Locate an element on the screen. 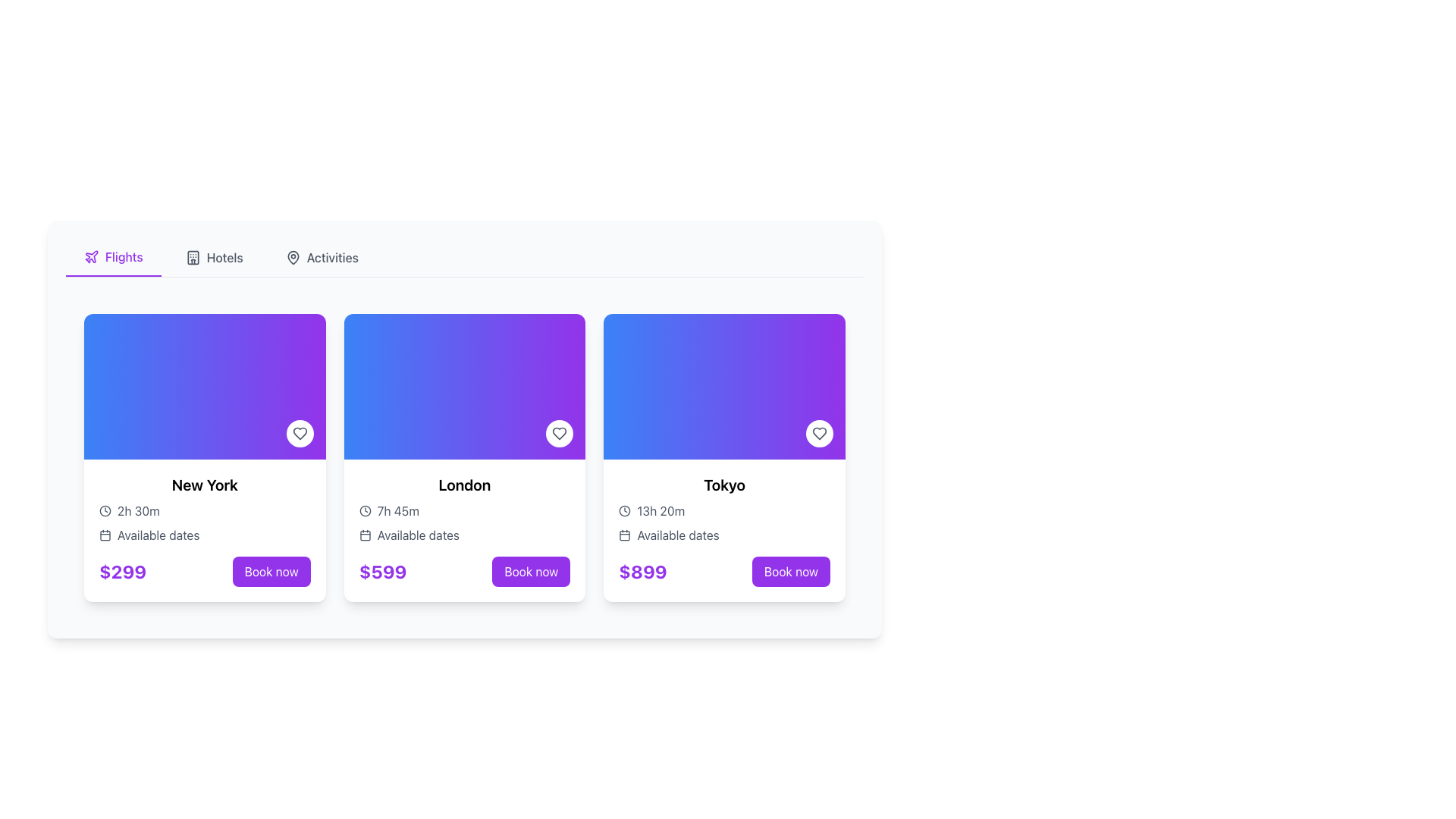  the 'Hotels' category icon located in the top navigation bar, positioned between 'Flights' and 'Activities' is located at coordinates (192, 256).